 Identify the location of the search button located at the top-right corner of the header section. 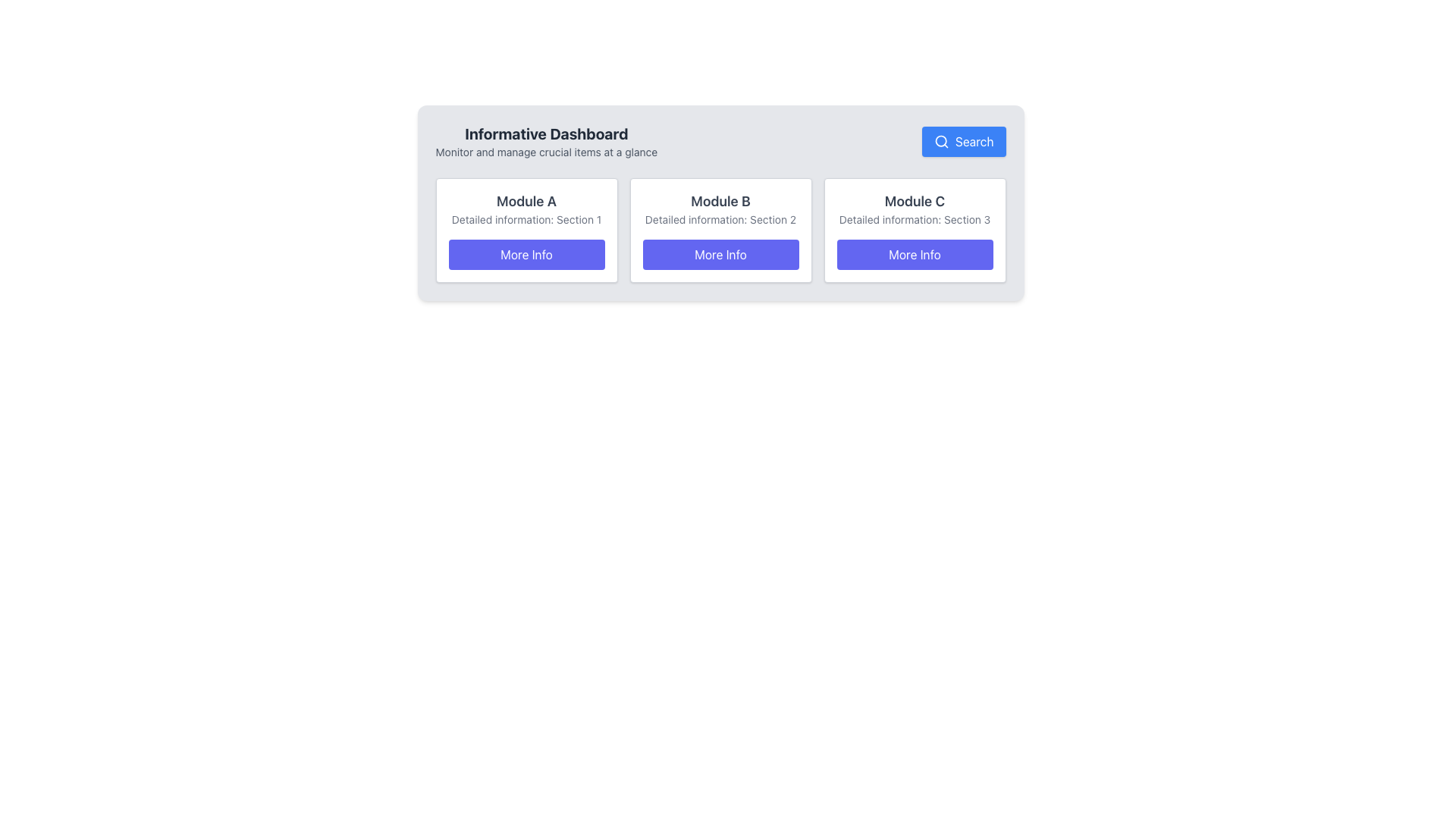
(963, 141).